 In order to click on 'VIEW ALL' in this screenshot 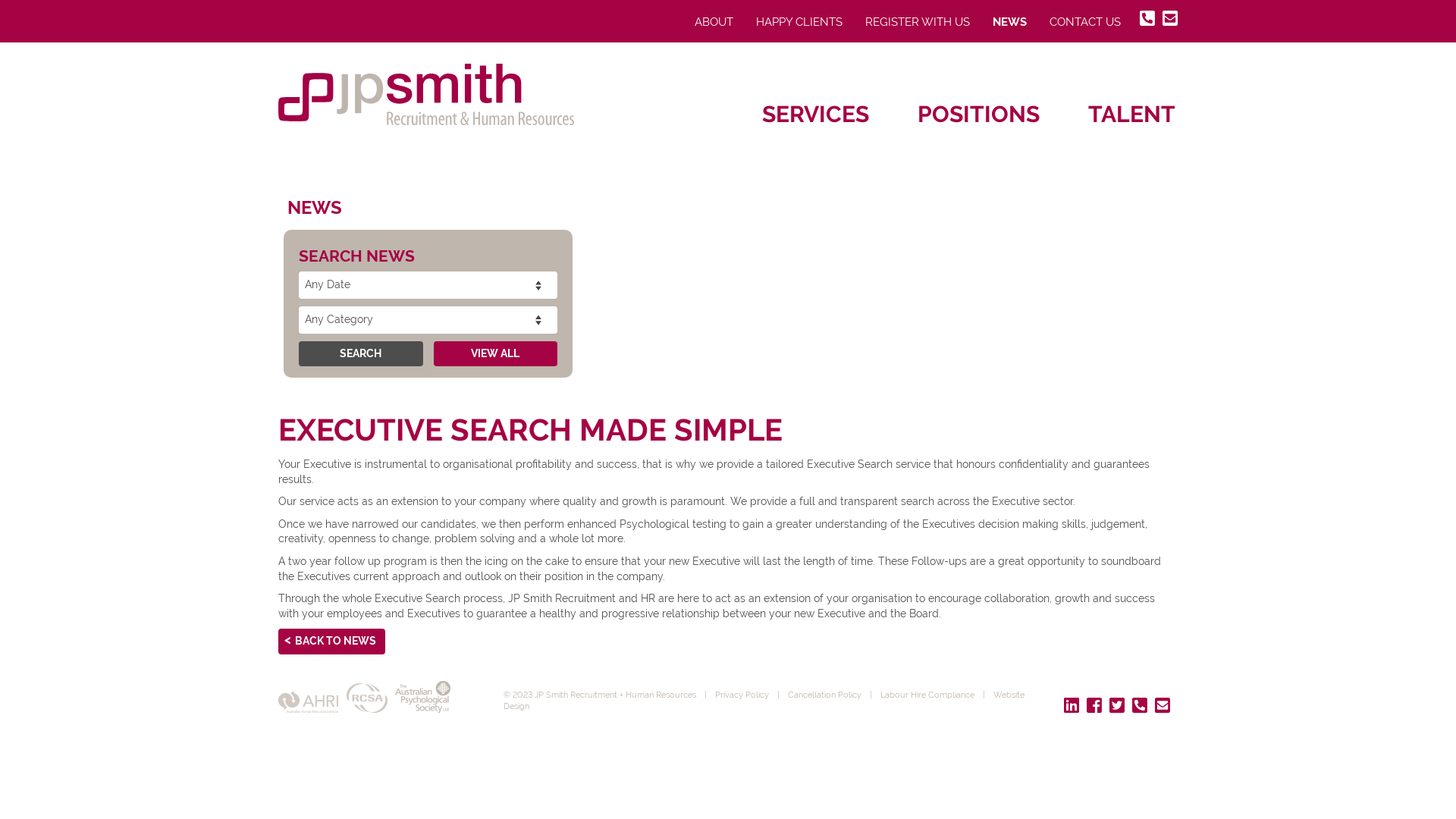, I will do `click(495, 353)`.